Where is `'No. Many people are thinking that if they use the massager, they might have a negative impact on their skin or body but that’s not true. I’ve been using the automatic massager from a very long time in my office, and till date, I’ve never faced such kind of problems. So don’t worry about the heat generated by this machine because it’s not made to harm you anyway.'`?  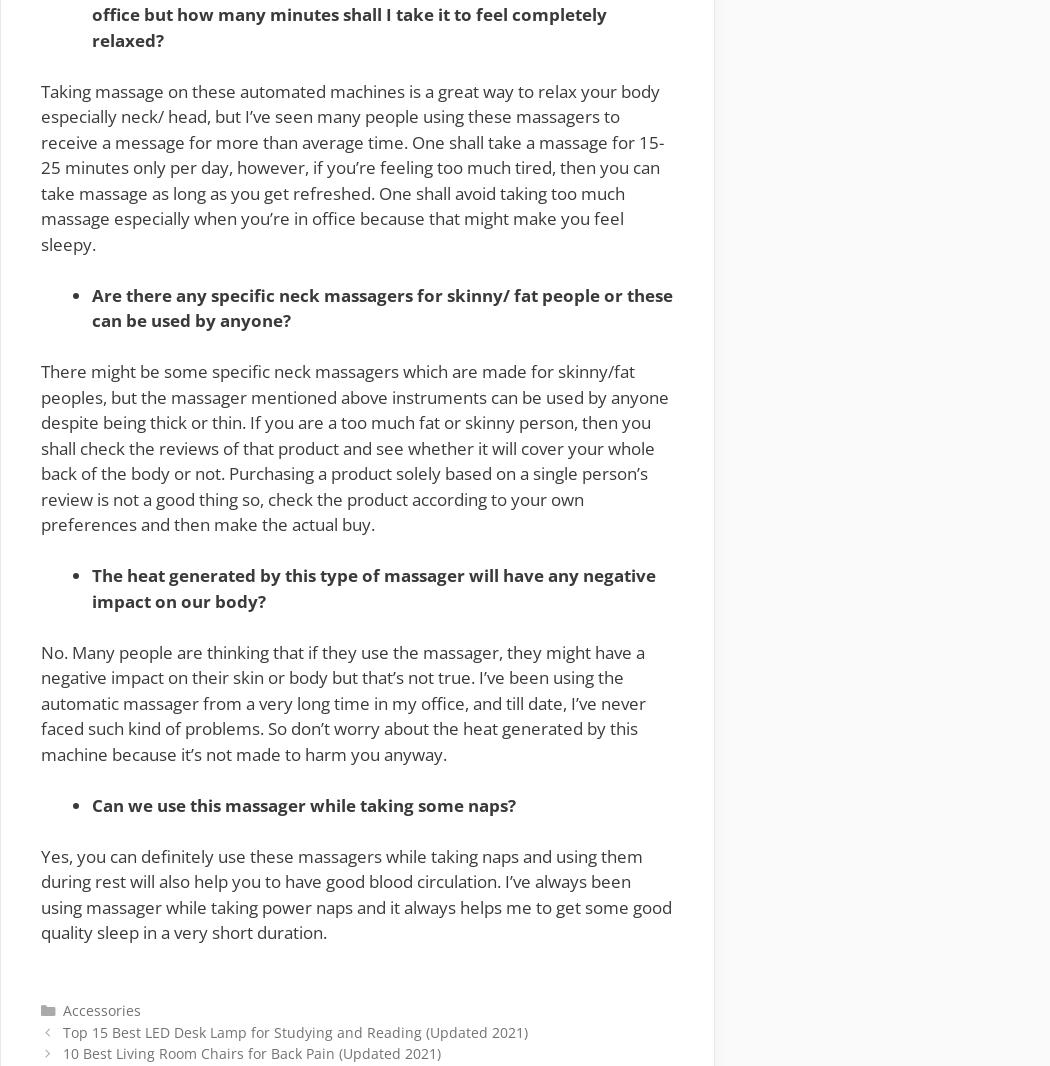 'No. Many people are thinking that if they use the massager, they might have a negative impact on their skin or body but that’s not true. I’ve been using the automatic massager from a very long time in my office, and till date, I’ve never faced such kind of problems. So don’t worry about the heat generated by this machine because it’s not made to harm you anyway.' is located at coordinates (342, 701).